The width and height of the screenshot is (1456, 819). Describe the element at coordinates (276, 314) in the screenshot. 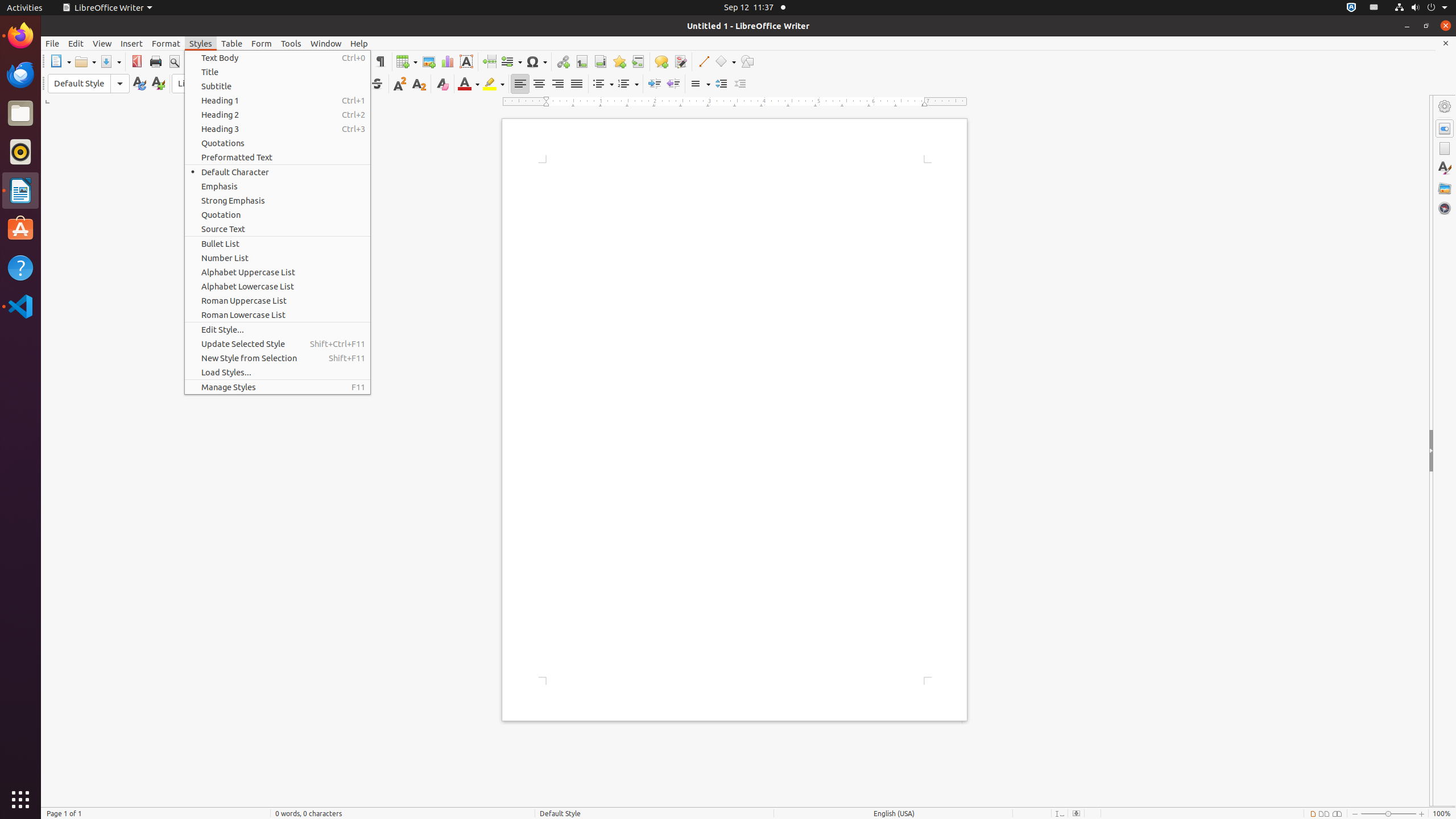

I see `'Roman Lowercase List'` at that location.